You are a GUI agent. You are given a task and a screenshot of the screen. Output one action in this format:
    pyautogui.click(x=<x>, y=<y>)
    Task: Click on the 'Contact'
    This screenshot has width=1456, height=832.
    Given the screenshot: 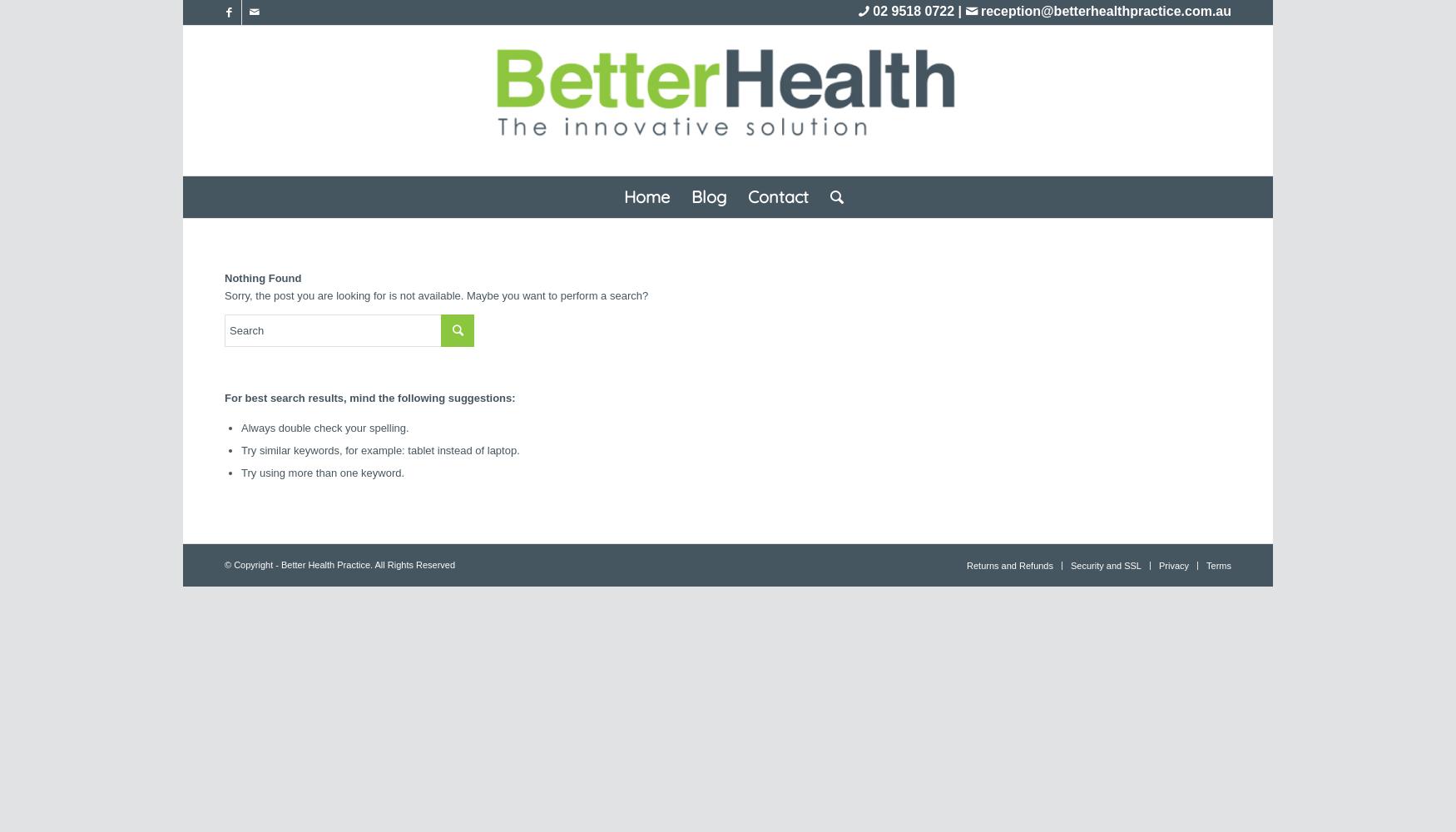 What is the action you would take?
    pyautogui.click(x=776, y=196)
    